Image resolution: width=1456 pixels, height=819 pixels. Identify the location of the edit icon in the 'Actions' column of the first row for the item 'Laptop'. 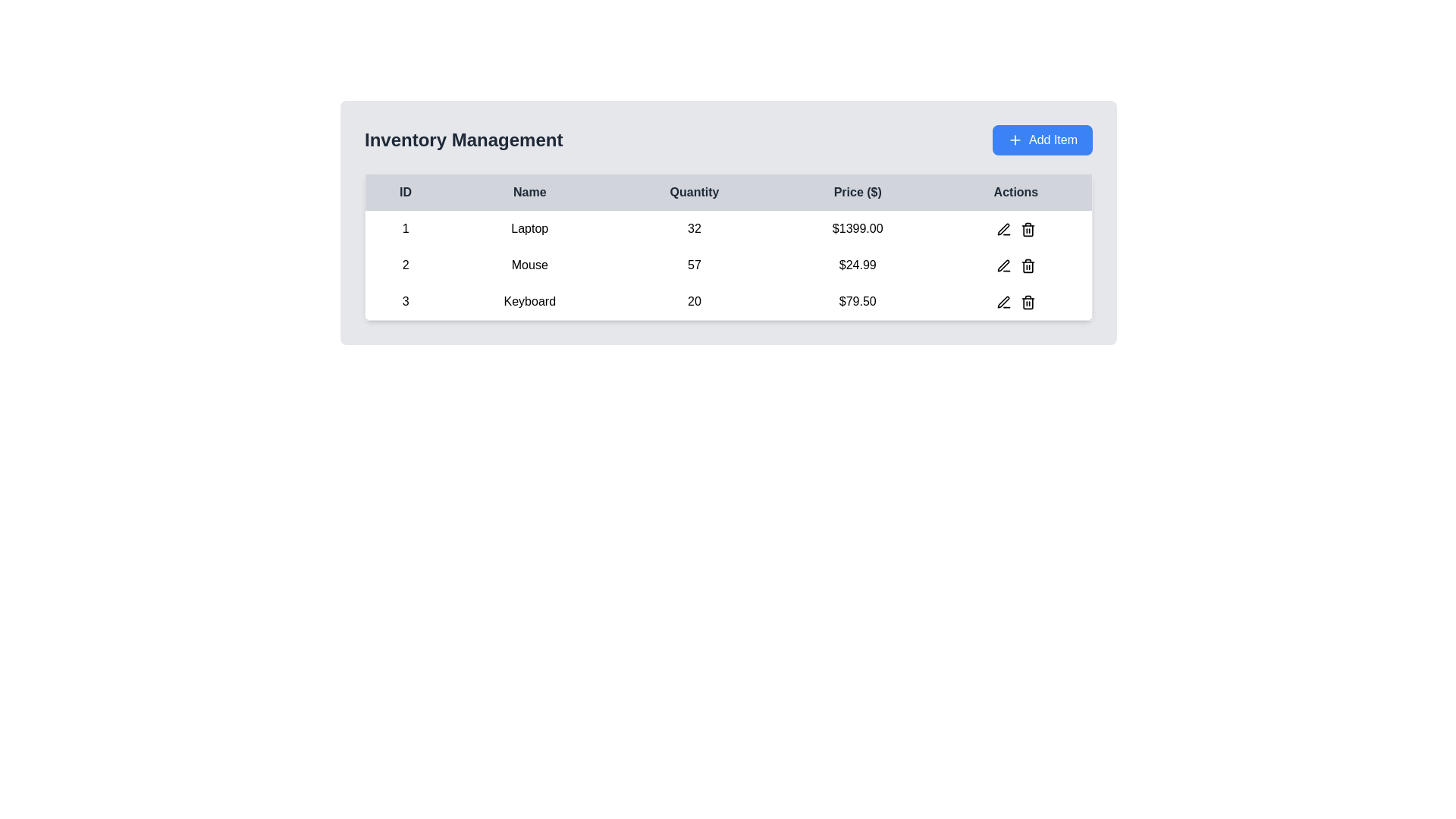
(1003, 228).